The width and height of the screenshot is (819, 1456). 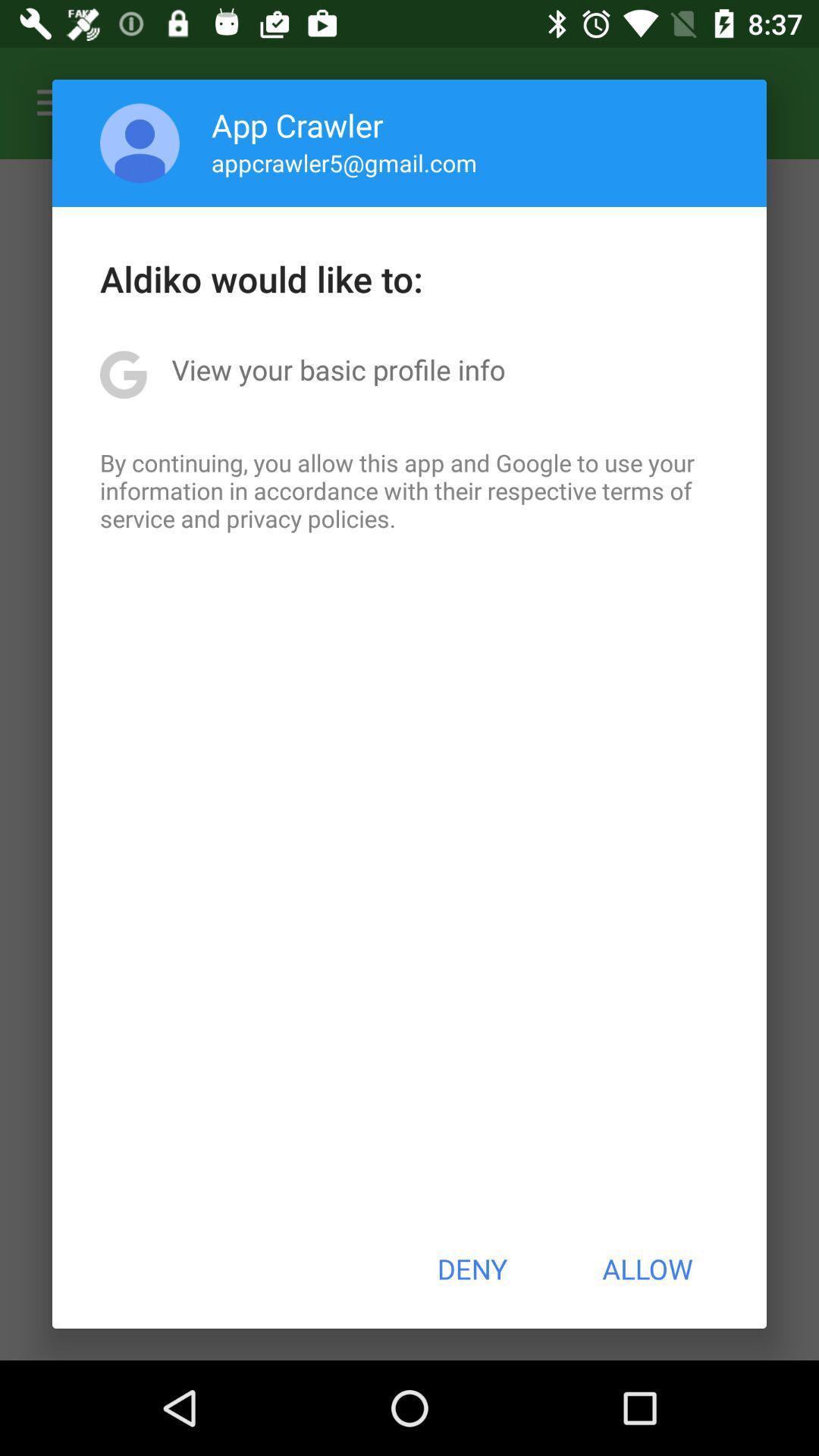 I want to click on item below the by continuing you, so click(x=471, y=1269).